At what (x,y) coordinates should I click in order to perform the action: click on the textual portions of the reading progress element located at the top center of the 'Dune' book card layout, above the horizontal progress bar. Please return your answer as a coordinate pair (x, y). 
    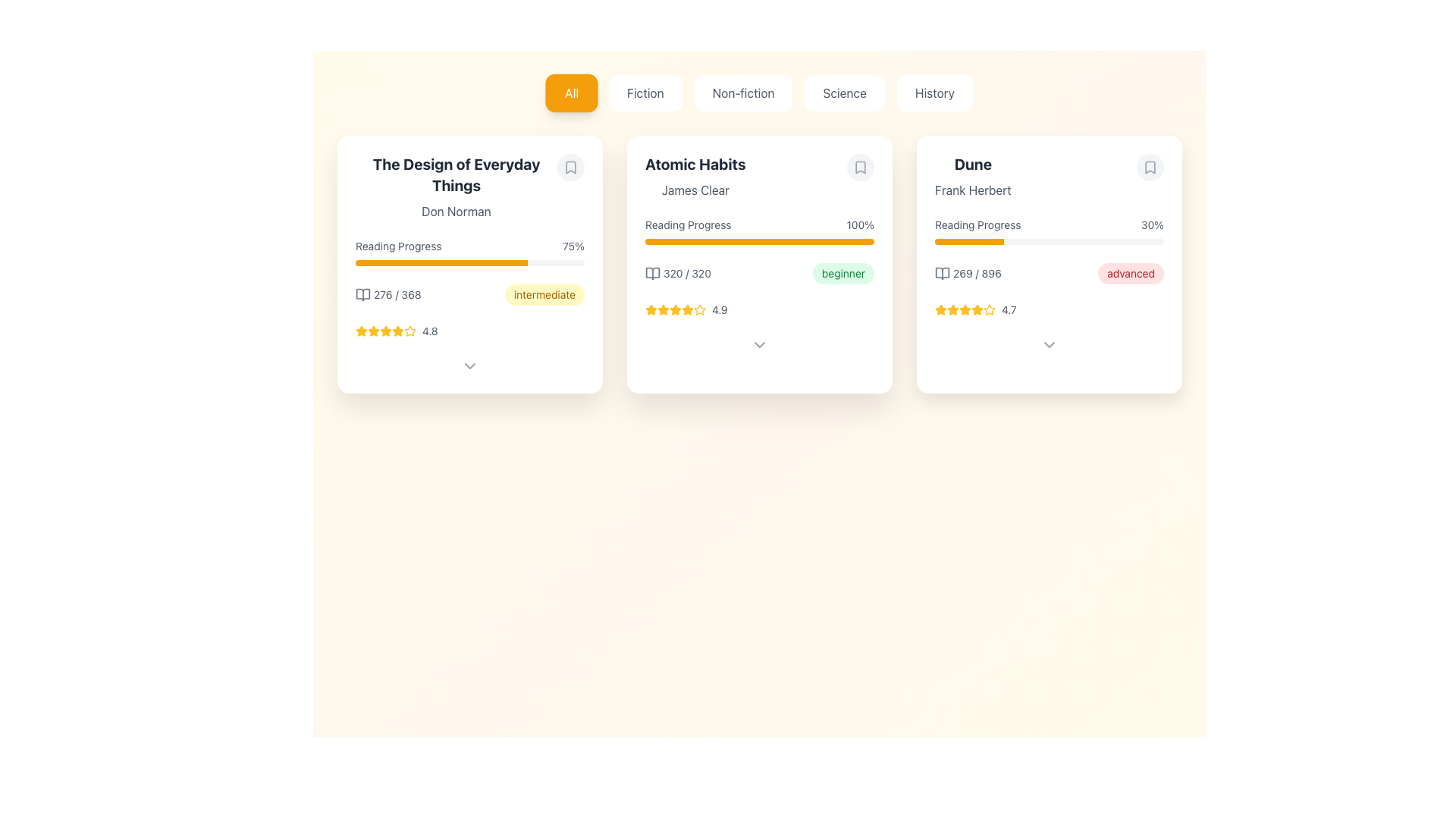
    Looking at the image, I should click on (1048, 225).